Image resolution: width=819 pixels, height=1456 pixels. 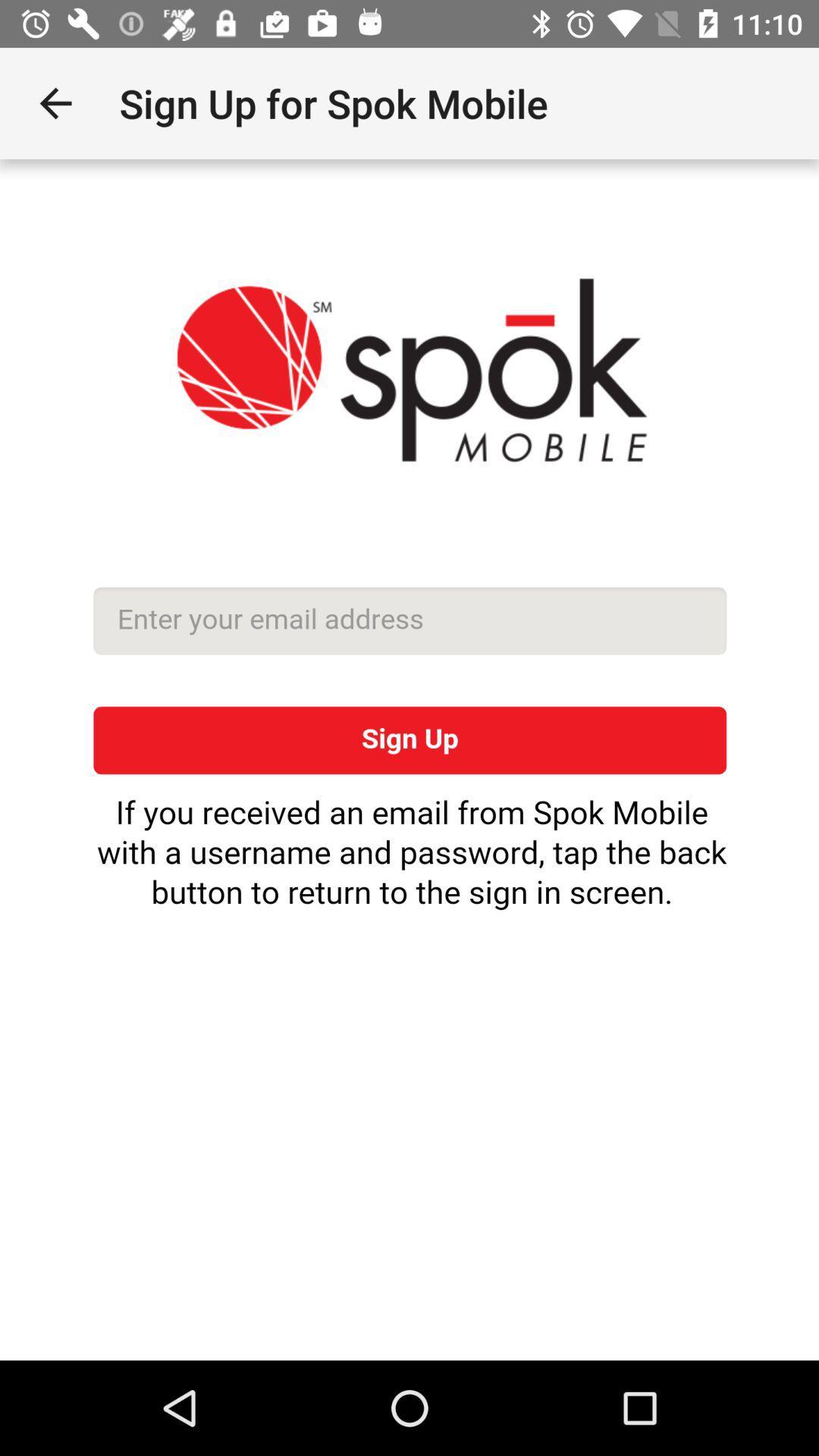 I want to click on sigh up the page, so click(x=409, y=760).